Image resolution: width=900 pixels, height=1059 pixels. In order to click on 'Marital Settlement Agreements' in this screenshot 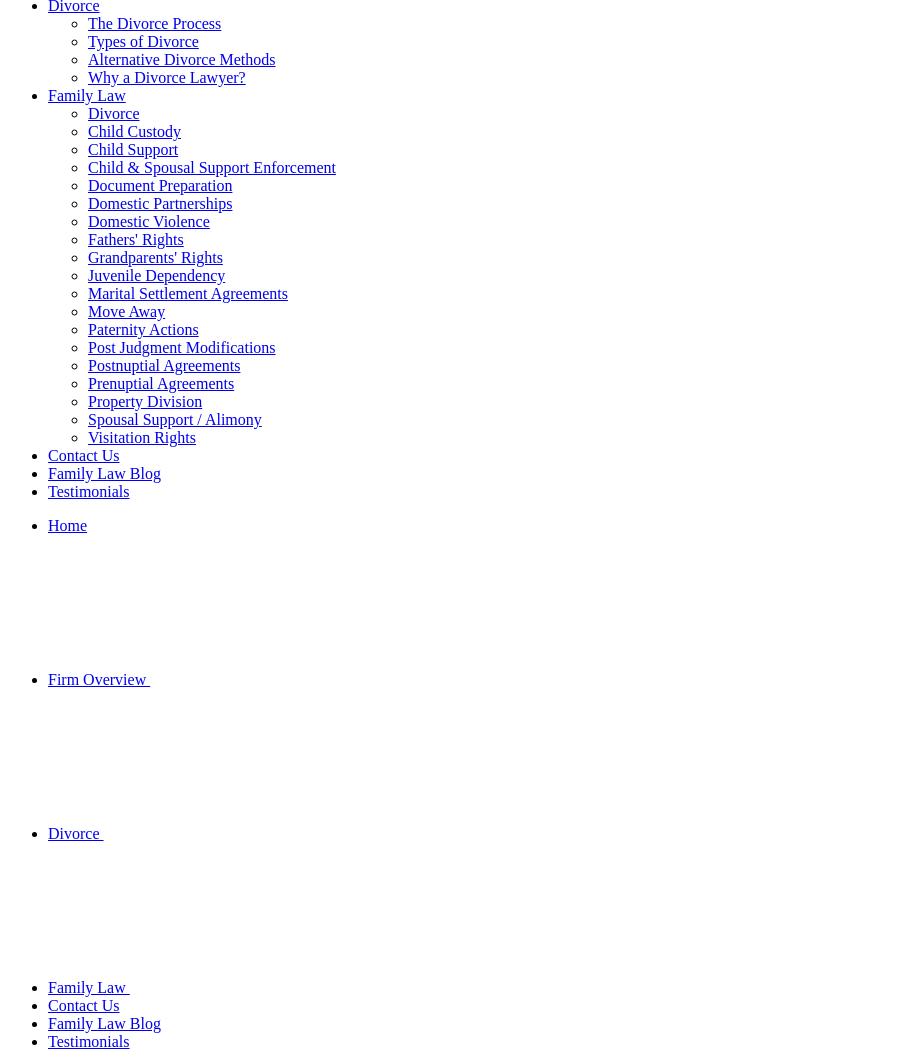, I will do `click(187, 293)`.